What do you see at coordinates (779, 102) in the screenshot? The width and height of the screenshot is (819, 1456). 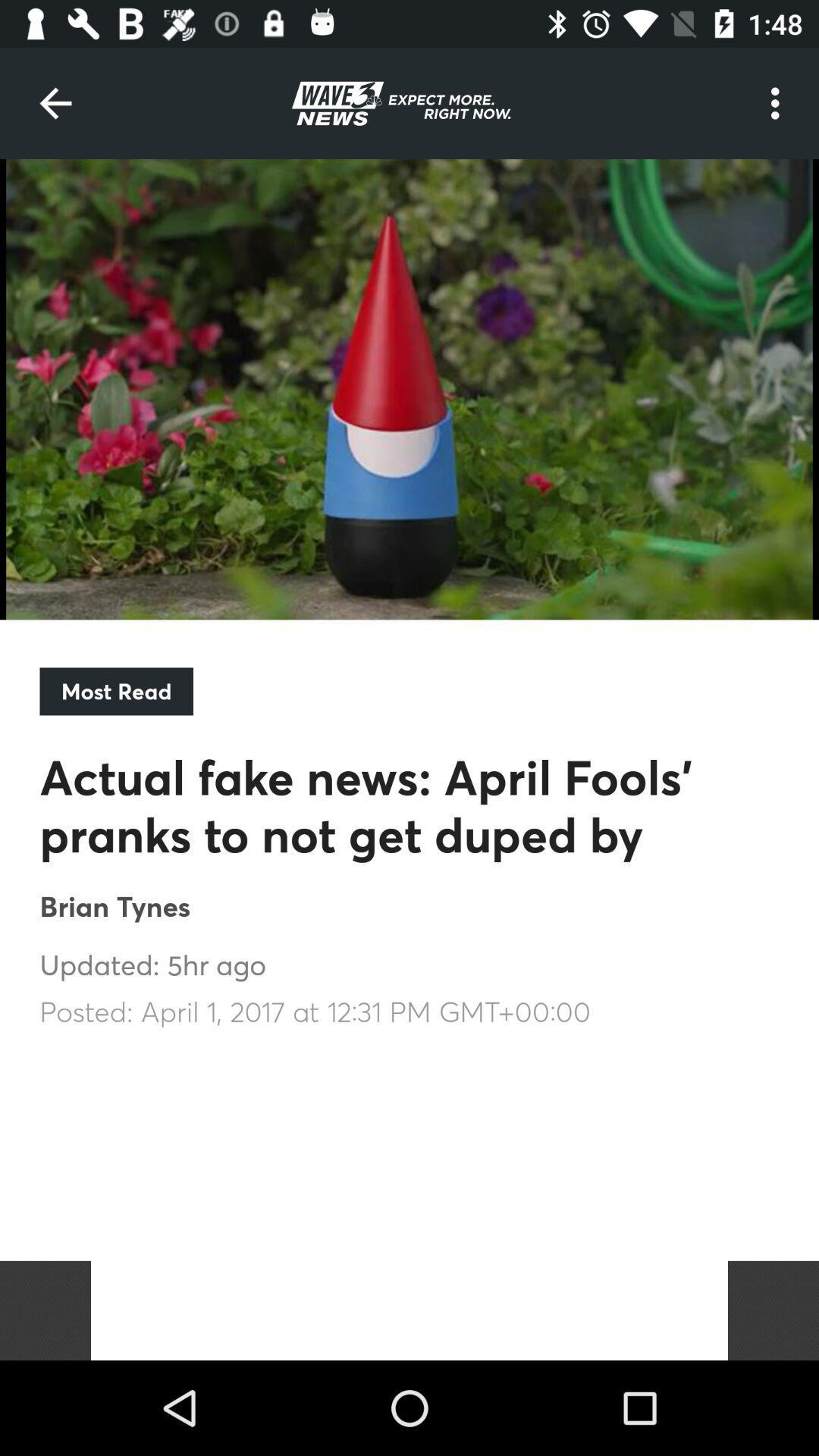 I see `the icon at the top right corner` at bounding box center [779, 102].